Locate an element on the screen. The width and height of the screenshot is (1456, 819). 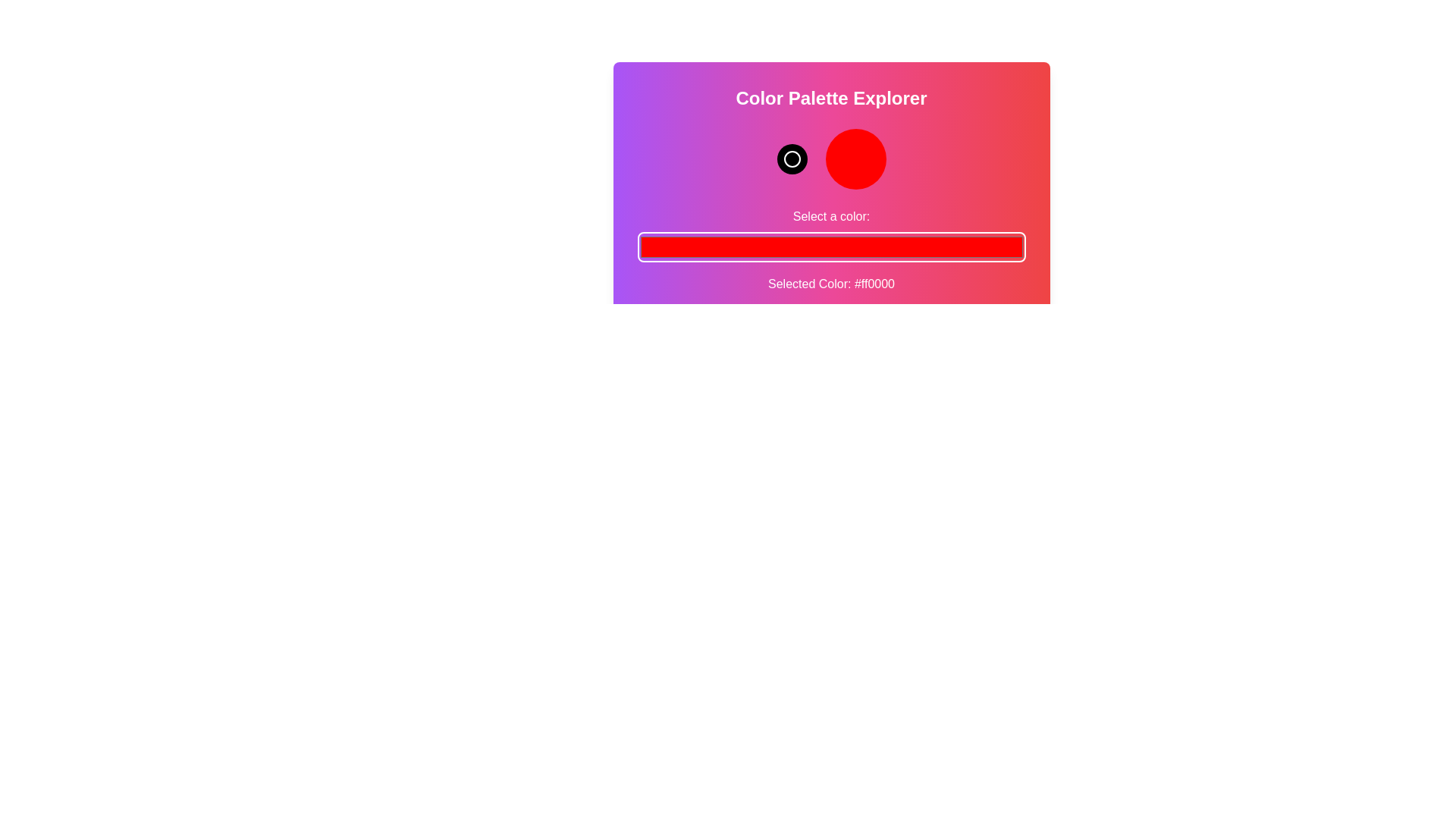
the color picker to a specific color value 6737073 is located at coordinates (830, 246).